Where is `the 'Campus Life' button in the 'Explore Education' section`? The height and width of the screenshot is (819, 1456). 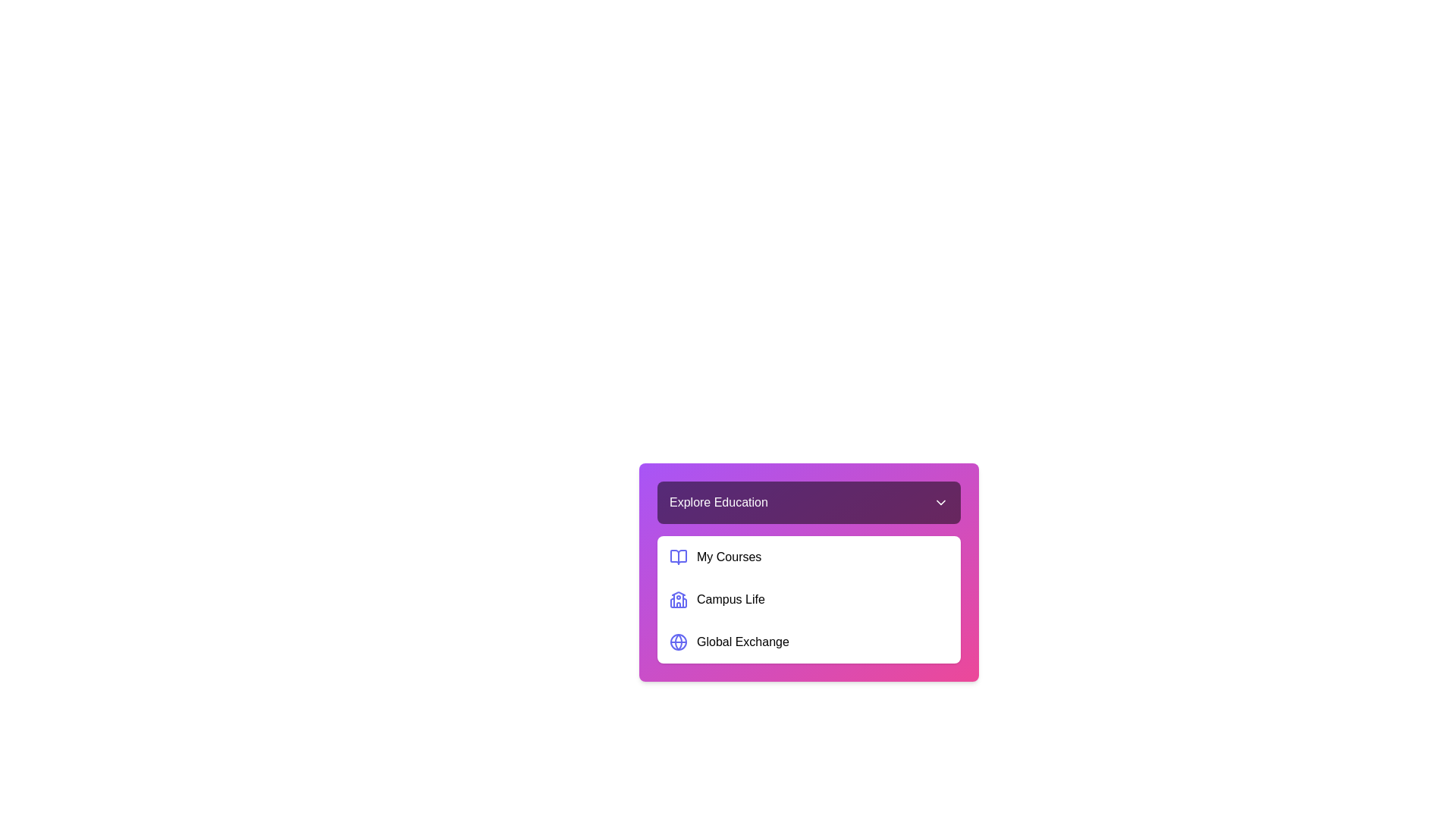 the 'Campus Life' button in the 'Explore Education' section is located at coordinates (808, 598).